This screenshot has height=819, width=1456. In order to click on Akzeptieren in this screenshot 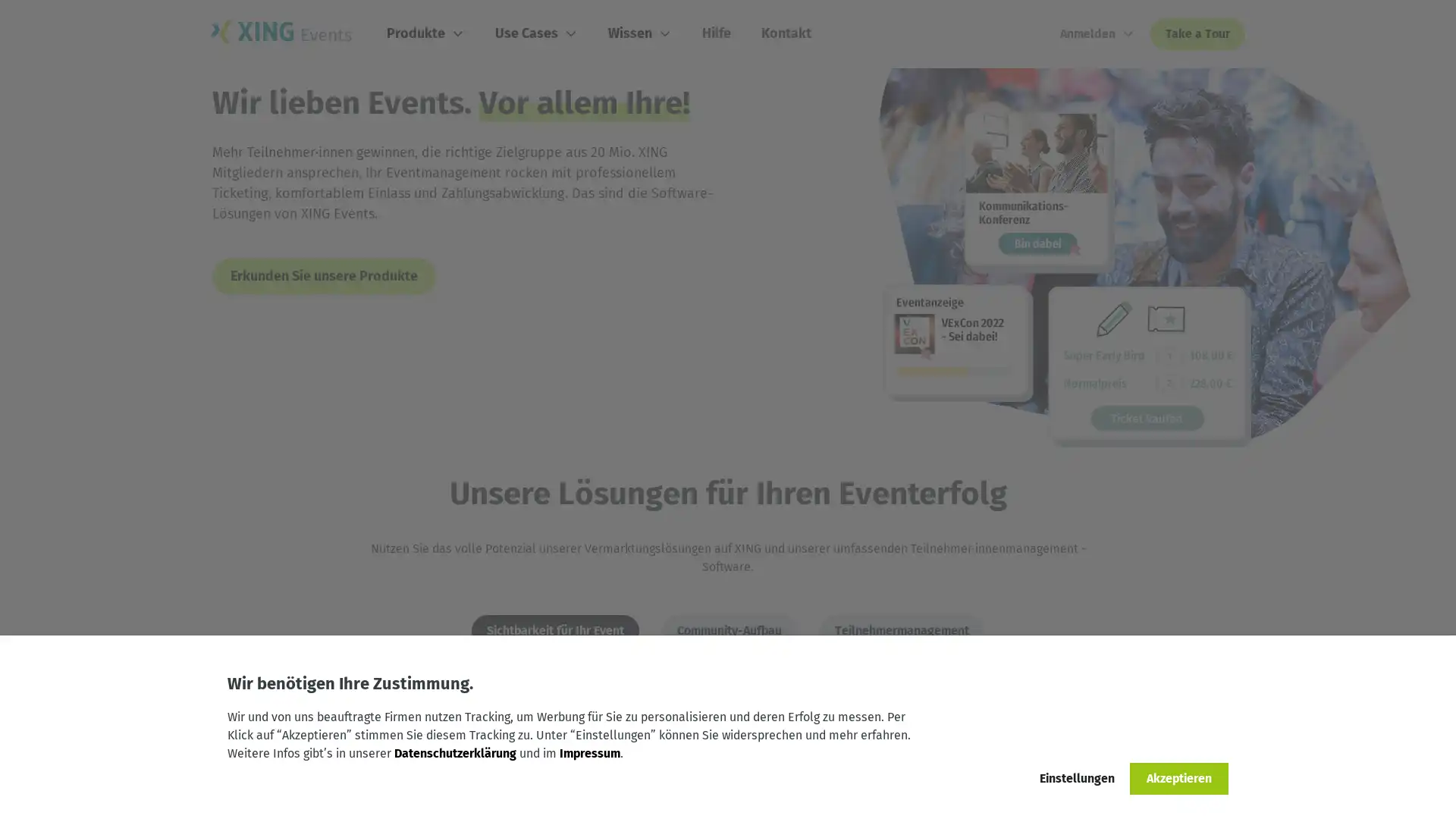, I will do `click(1178, 778)`.